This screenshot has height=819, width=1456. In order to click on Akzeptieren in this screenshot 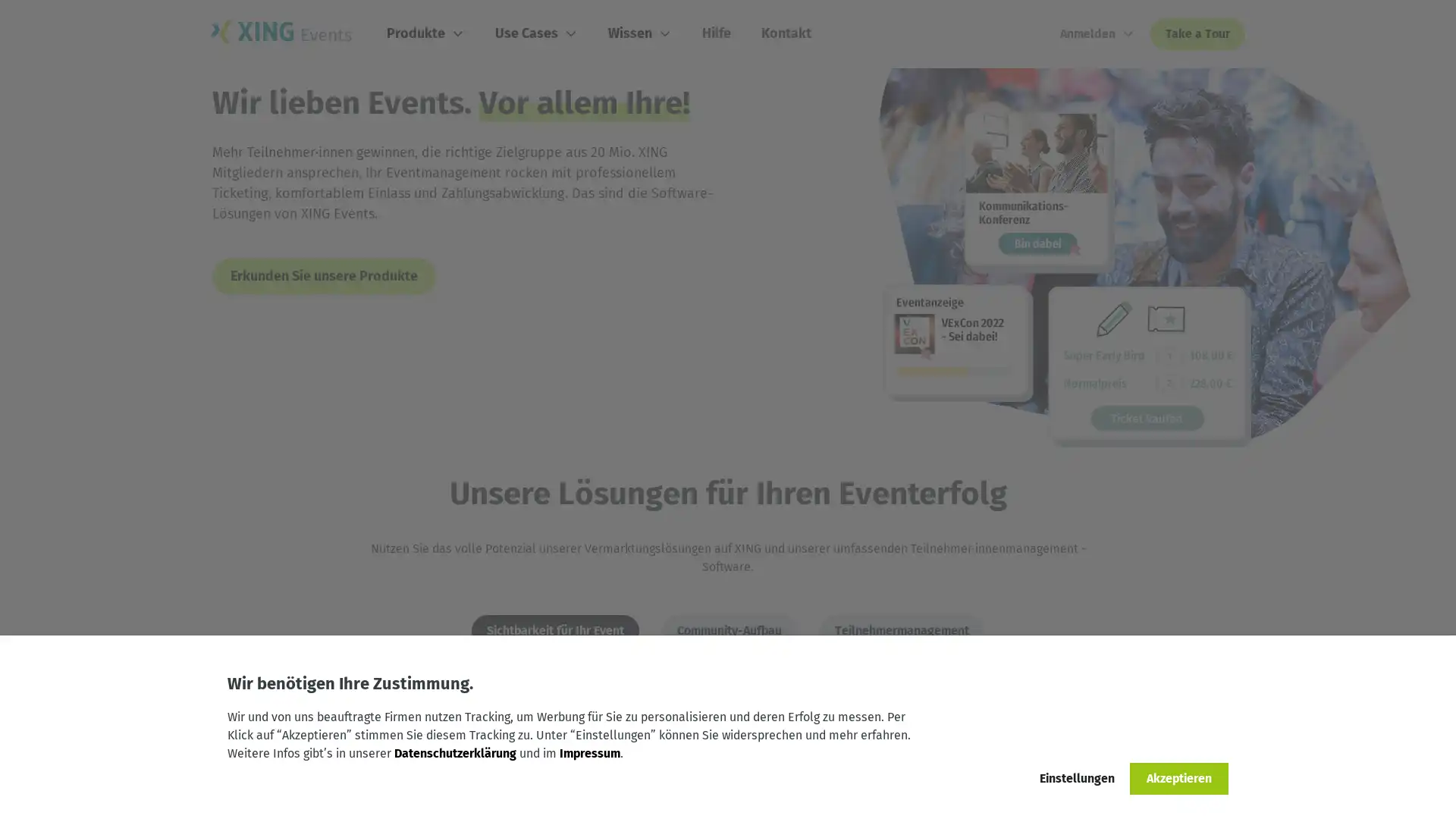, I will do `click(1178, 778)`.